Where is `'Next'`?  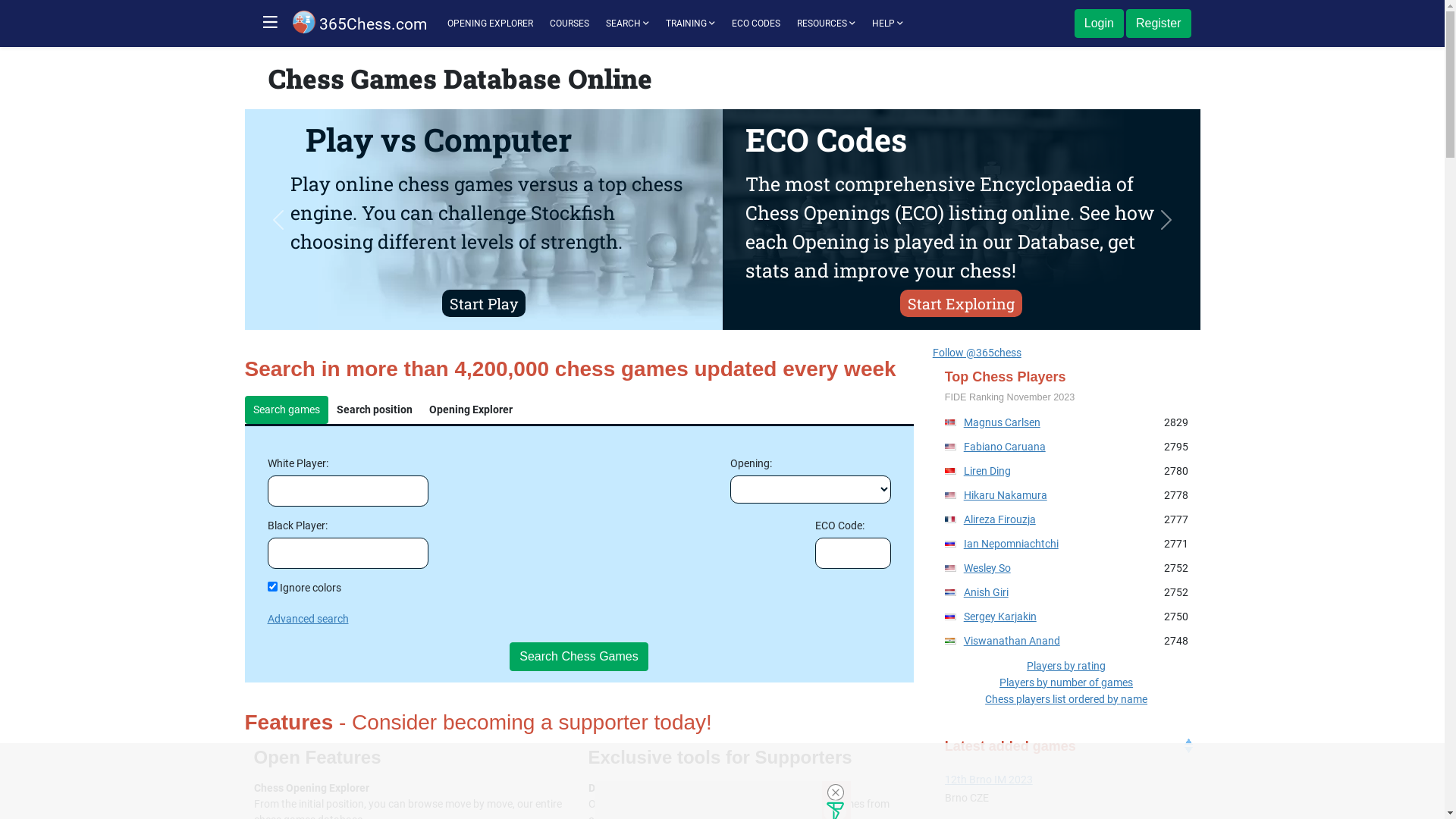 'Next' is located at coordinates (1165, 219).